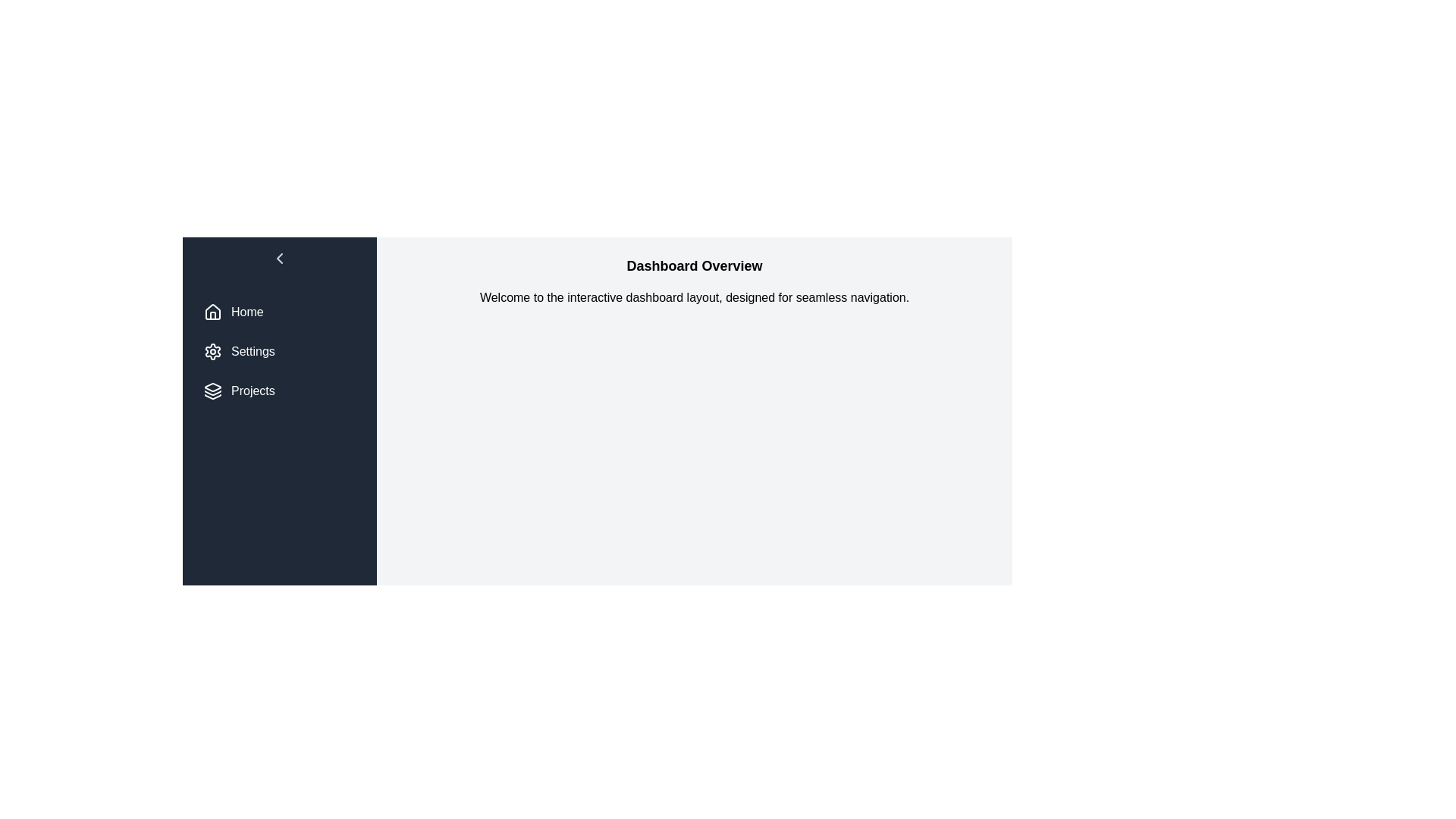  Describe the element at coordinates (247, 312) in the screenshot. I see `text of the 'Home' navigation button label located in the first navigation button of the vertical navigation sidebar on the left` at that location.